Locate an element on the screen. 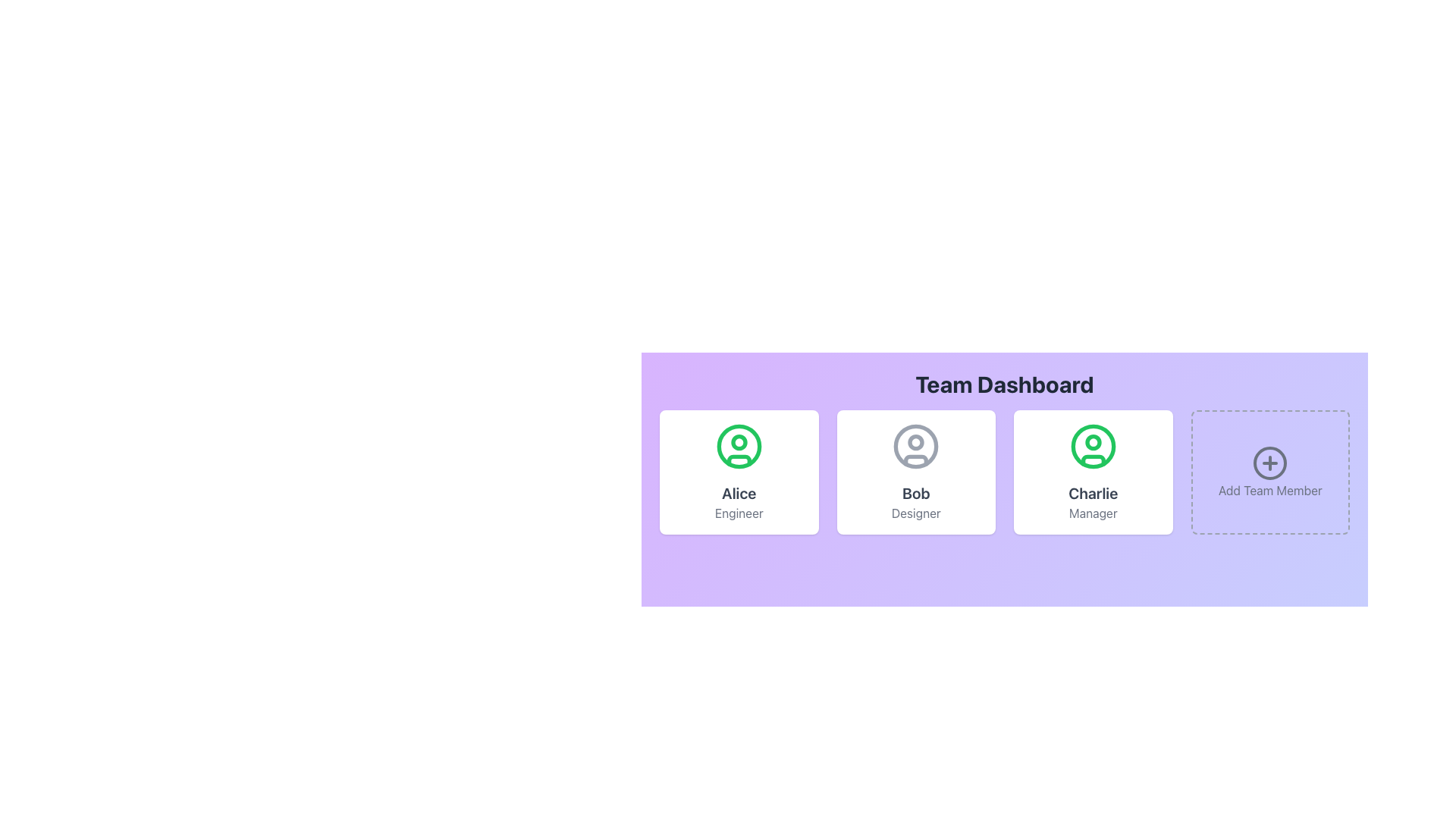  the user profile card displaying information about 'Bob', who has the title 'Designer', located in the second column of the grid layout is located at coordinates (915, 472).